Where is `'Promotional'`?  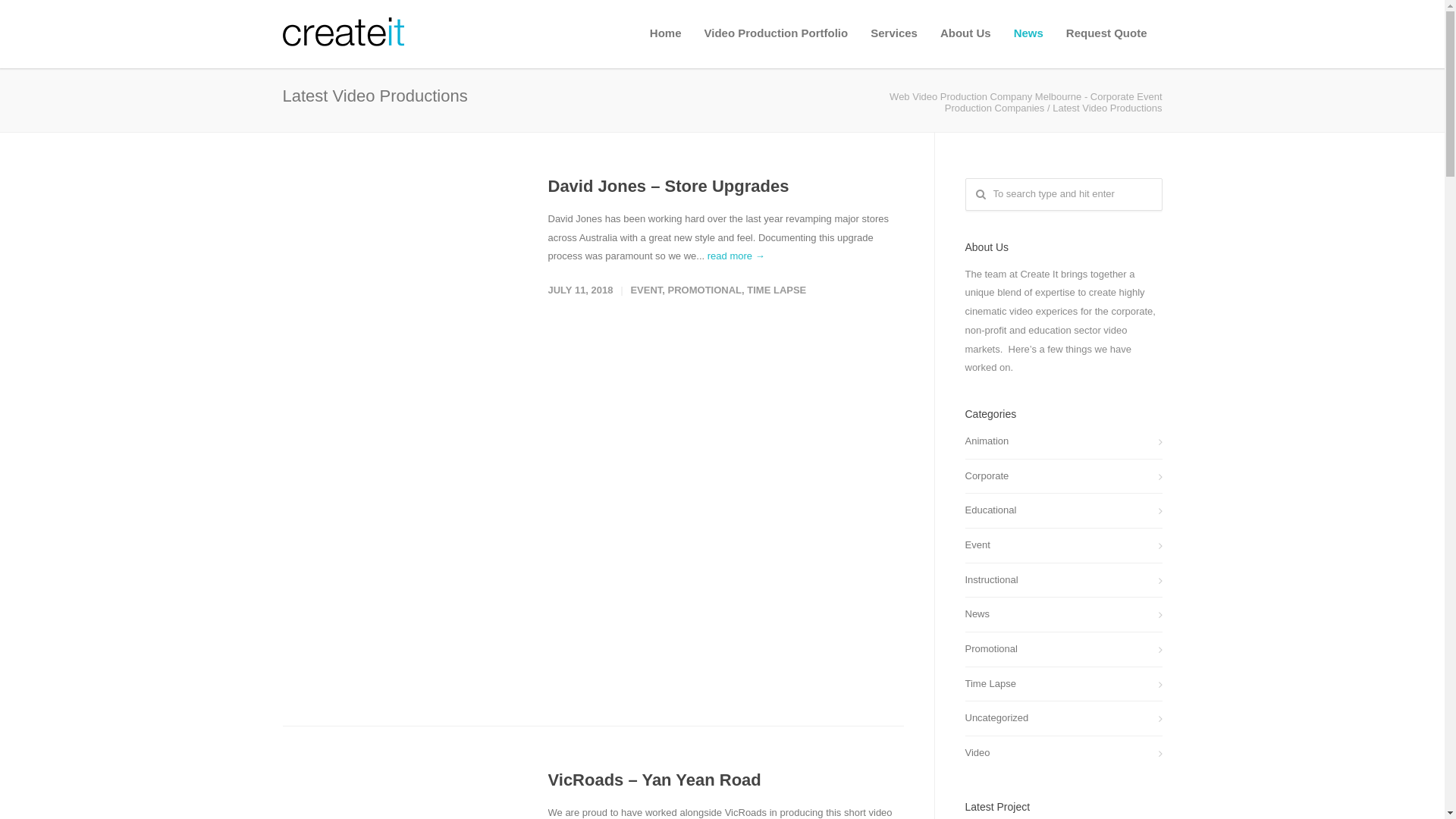
'Promotional' is located at coordinates (1062, 648).